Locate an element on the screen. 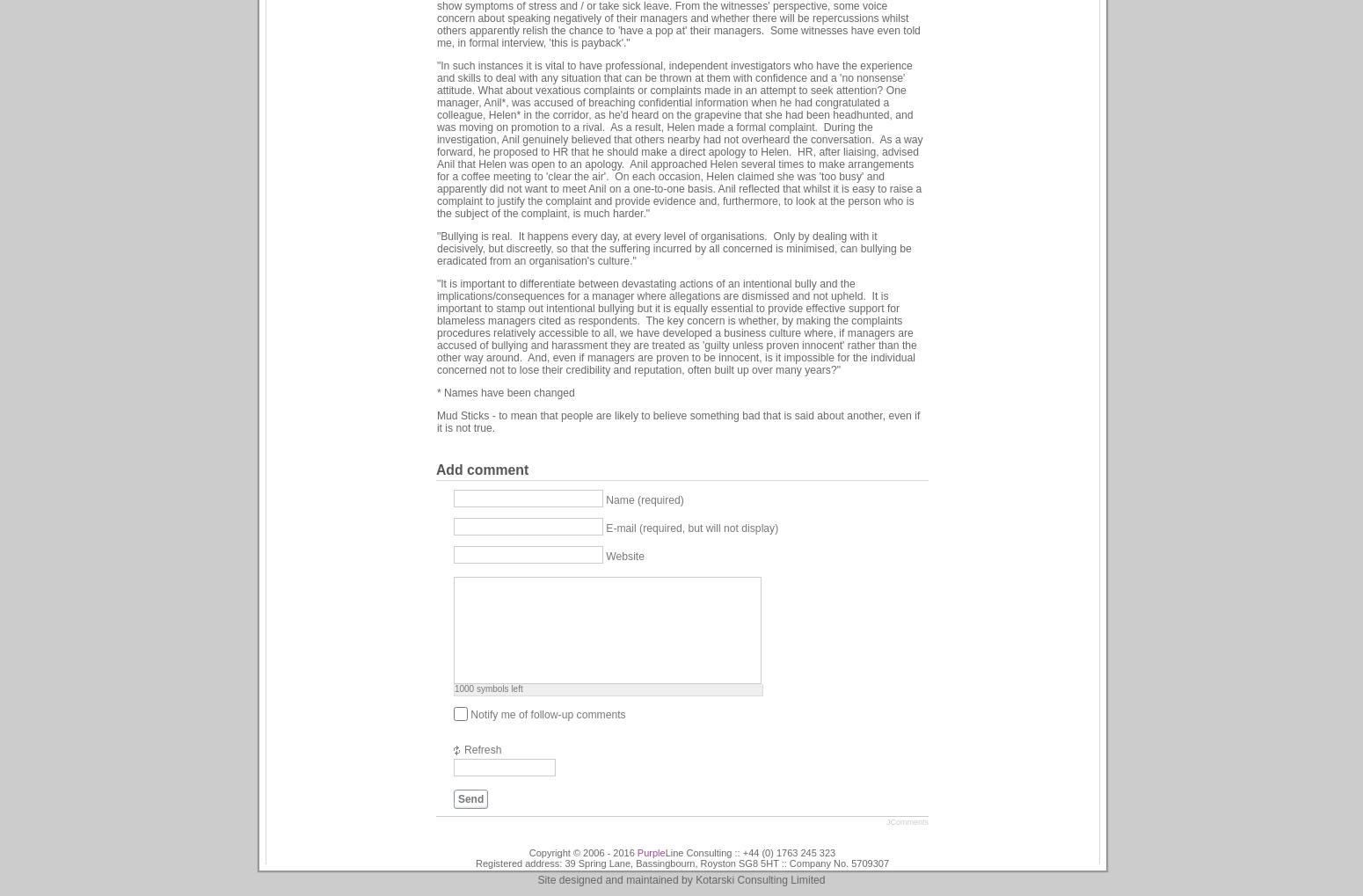 The width and height of the screenshot is (1363, 896). 'Purple' is located at coordinates (650, 851).